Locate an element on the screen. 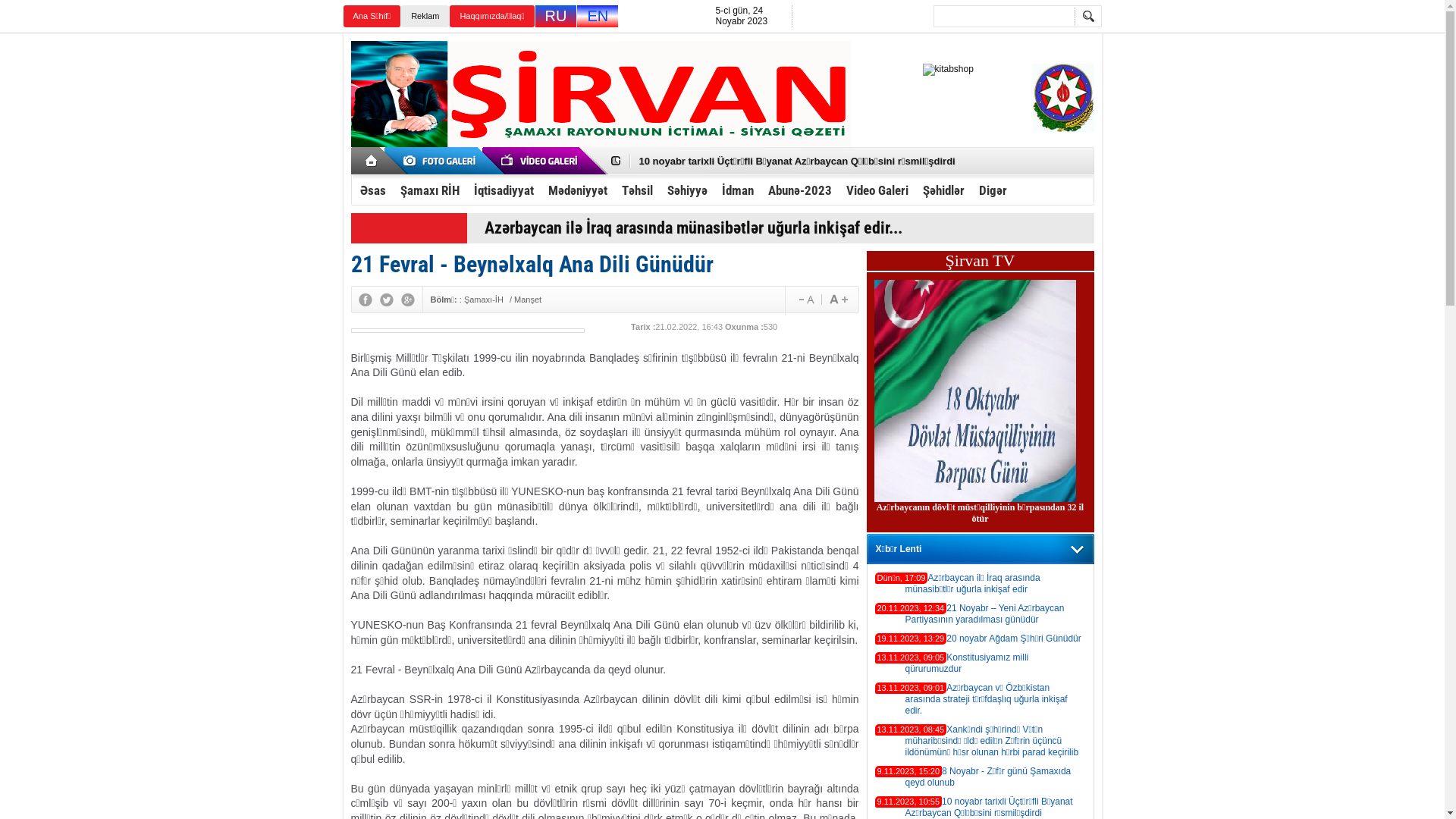 The image size is (1456, 819). 'Google+' is located at coordinates (407, 299).